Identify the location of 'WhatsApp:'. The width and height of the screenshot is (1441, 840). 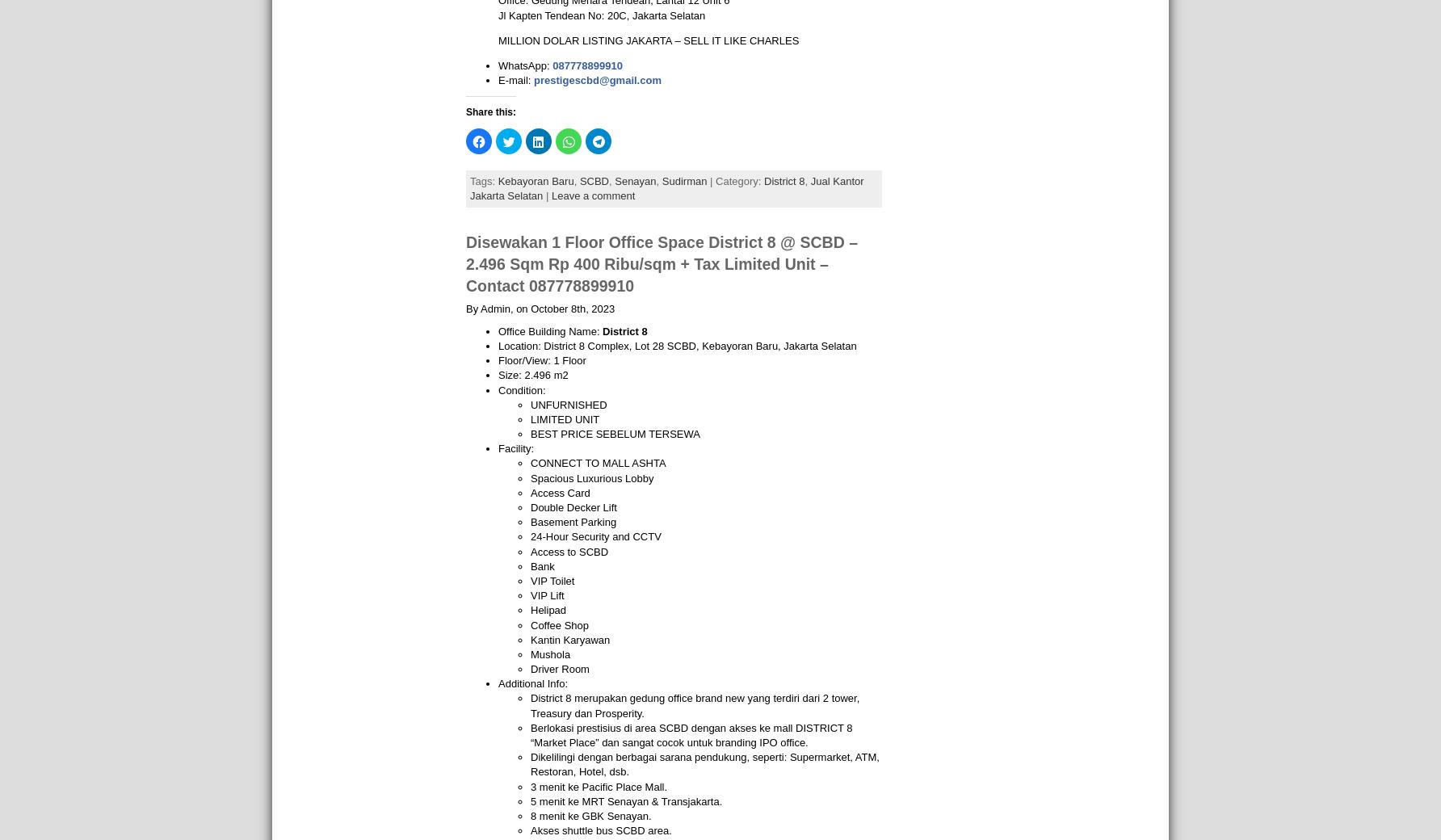
(524, 64).